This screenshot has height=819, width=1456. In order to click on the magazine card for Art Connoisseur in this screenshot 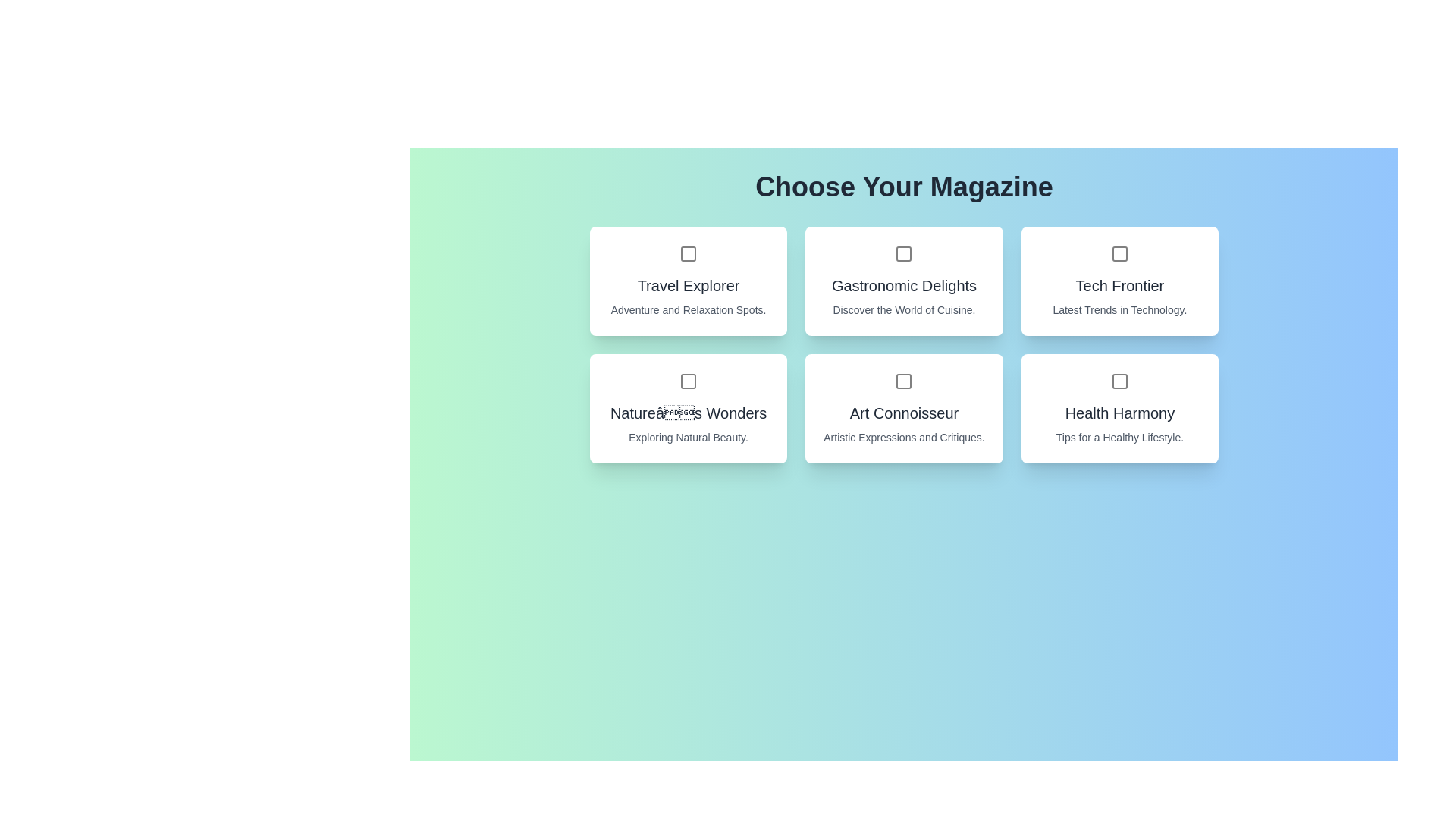, I will do `click(903, 408)`.